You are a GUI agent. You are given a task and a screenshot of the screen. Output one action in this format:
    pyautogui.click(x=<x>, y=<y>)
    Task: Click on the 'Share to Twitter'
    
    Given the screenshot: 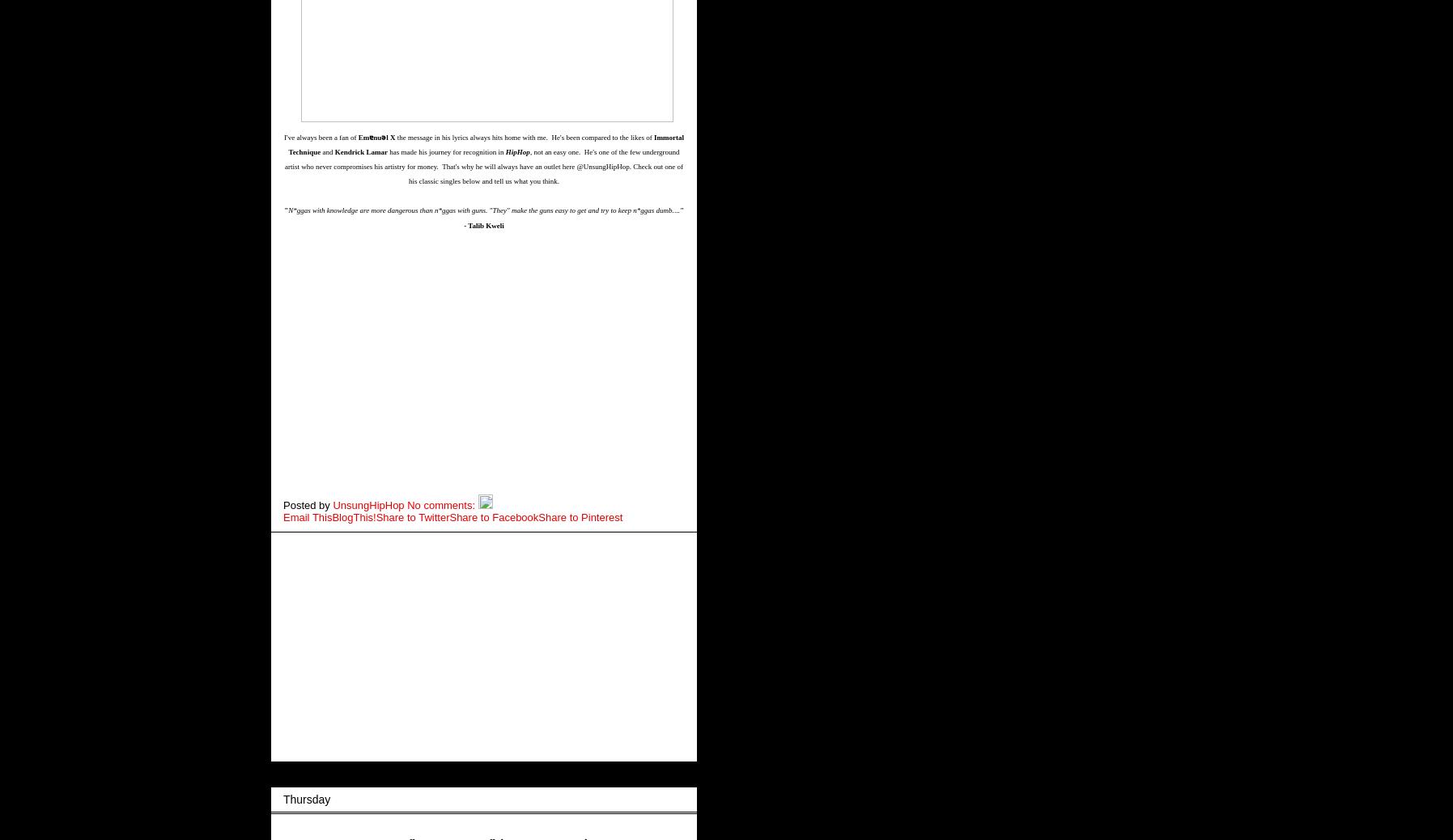 What is the action you would take?
    pyautogui.click(x=412, y=515)
    